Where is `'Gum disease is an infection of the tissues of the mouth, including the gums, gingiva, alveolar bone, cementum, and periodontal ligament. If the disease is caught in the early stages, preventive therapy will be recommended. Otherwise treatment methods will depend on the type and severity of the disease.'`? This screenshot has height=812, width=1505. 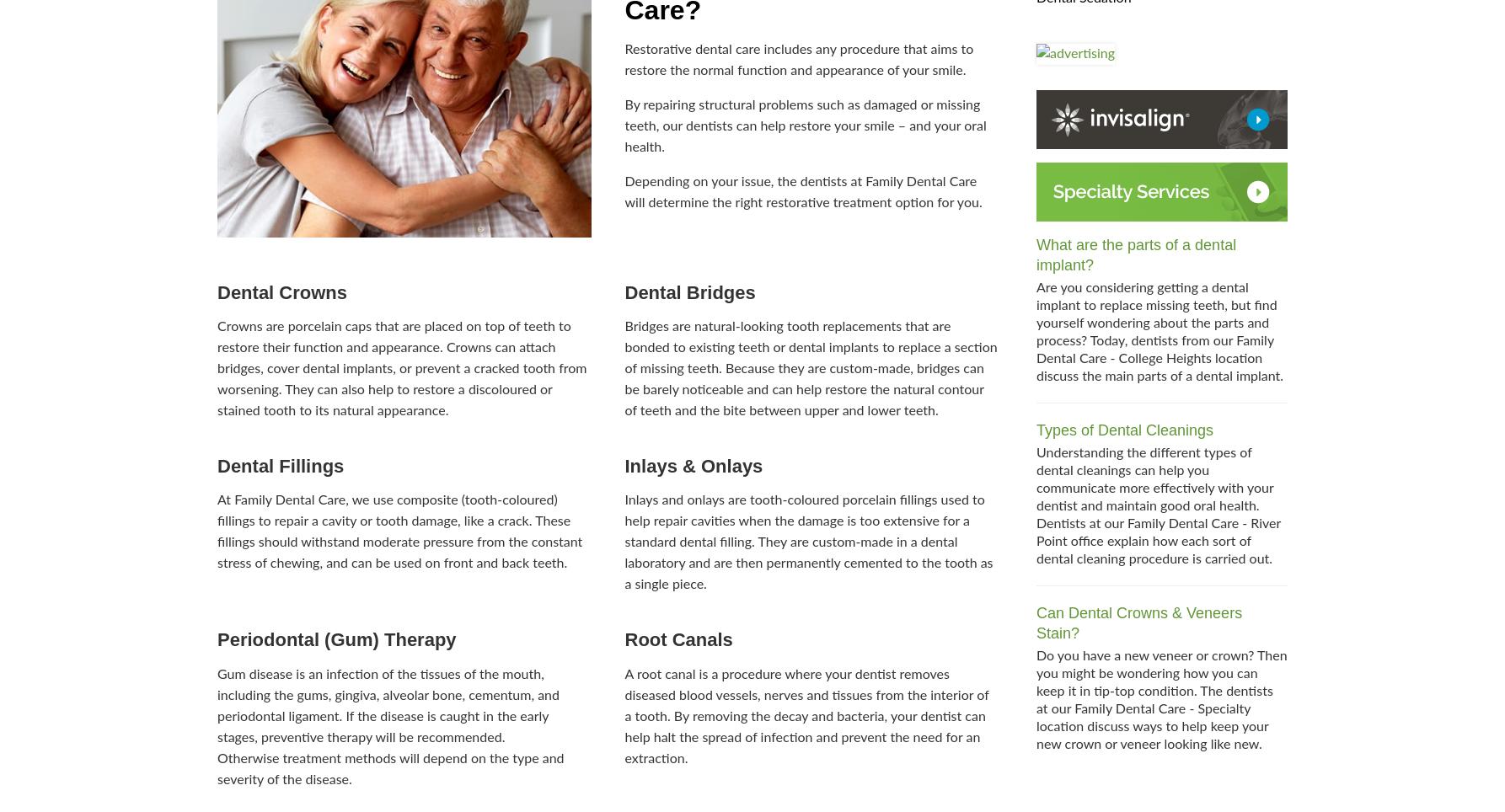 'Gum disease is an infection of the tissues of the mouth, including the gums, gingiva, alveolar bone, cementum, and periodontal ligament. If the disease is caught in the early stages, preventive therapy will be recommended. Otherwise treatment methods will depend on the type and severity of the disease.' is located at coordinates (389, 726).